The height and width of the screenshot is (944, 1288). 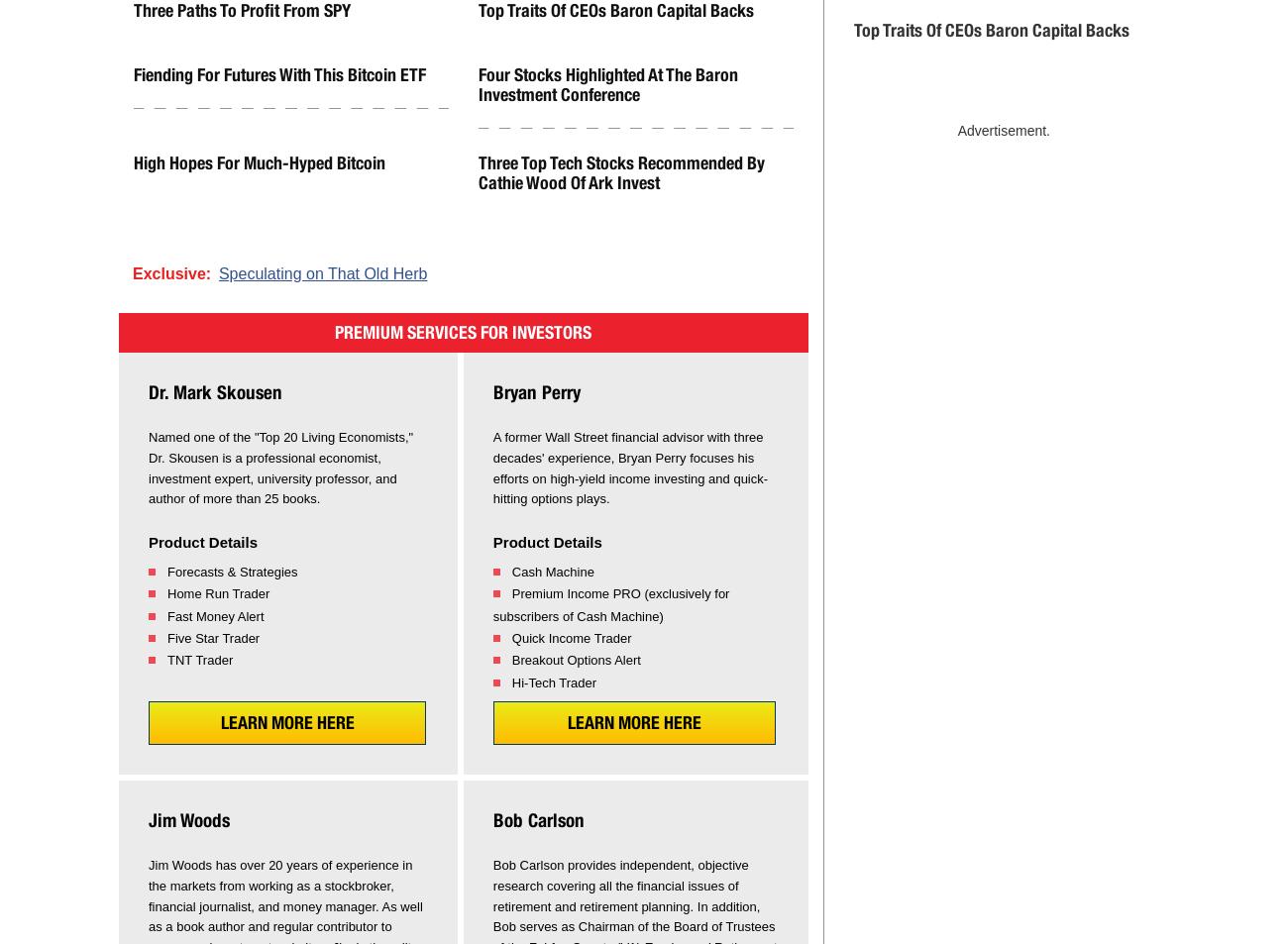 I want to click on 'Named one of the "Top 20 Living Economists," Dr. Skousen is a professional economist, investment expert, university professor, and author of more than 25 books.', so click(x=148, y=467).